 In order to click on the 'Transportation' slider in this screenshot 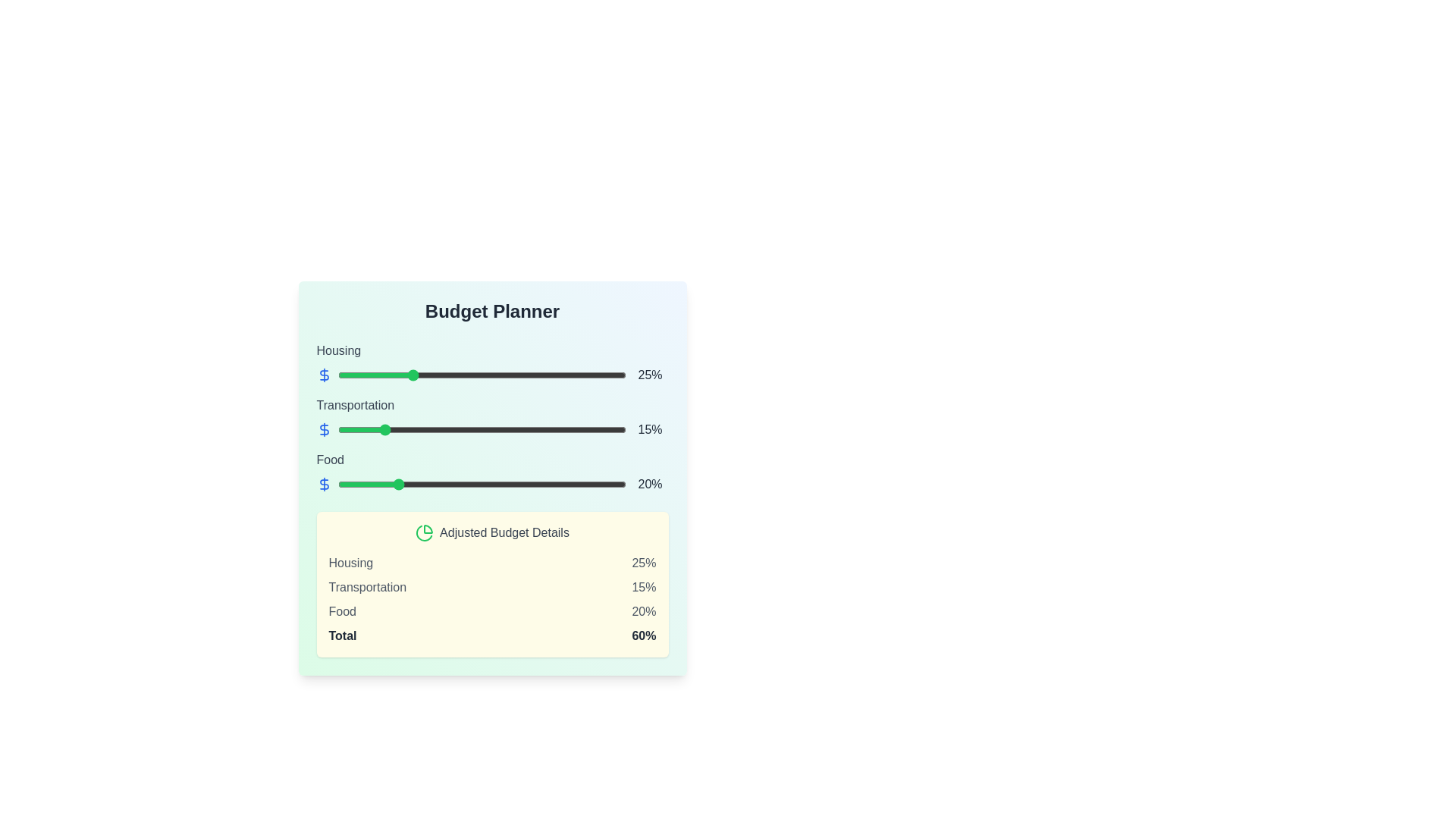, I will do `click(384, 430)`.